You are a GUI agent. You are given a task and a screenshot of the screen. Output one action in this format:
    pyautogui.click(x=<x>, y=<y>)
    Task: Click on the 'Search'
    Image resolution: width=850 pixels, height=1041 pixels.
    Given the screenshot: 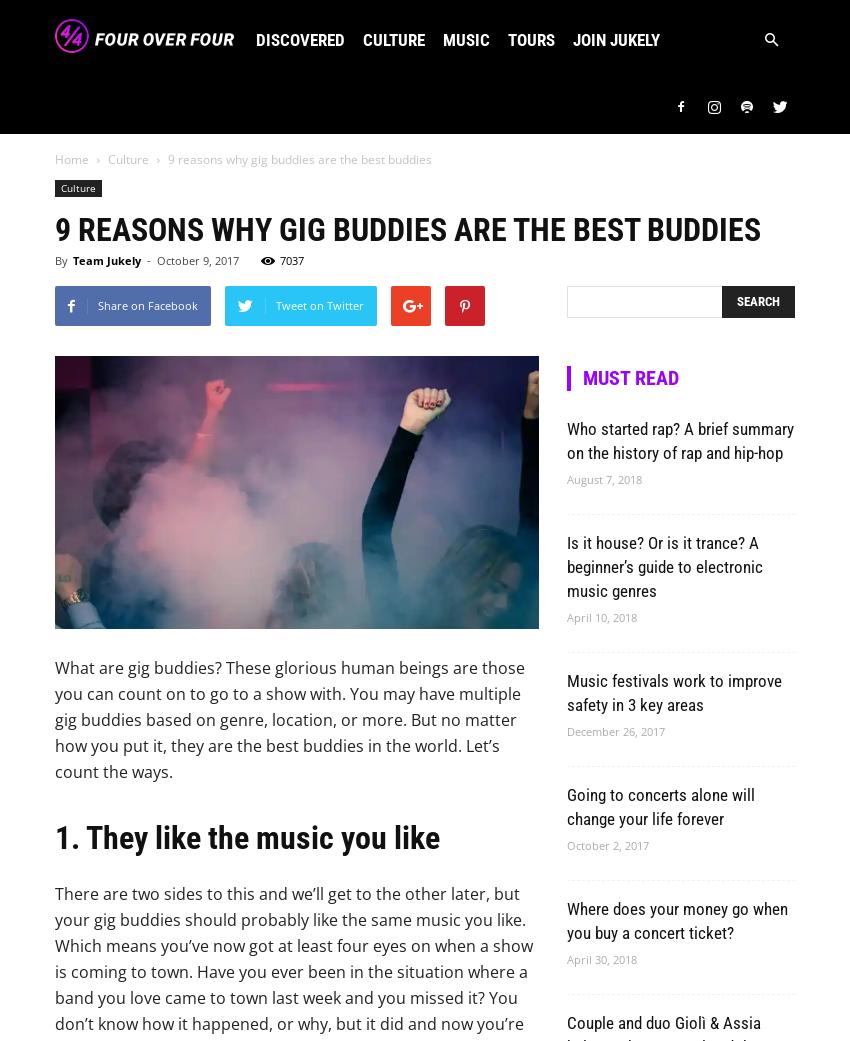 What is the action you would take?
    pyautogui.click(x=425, y=79)
    